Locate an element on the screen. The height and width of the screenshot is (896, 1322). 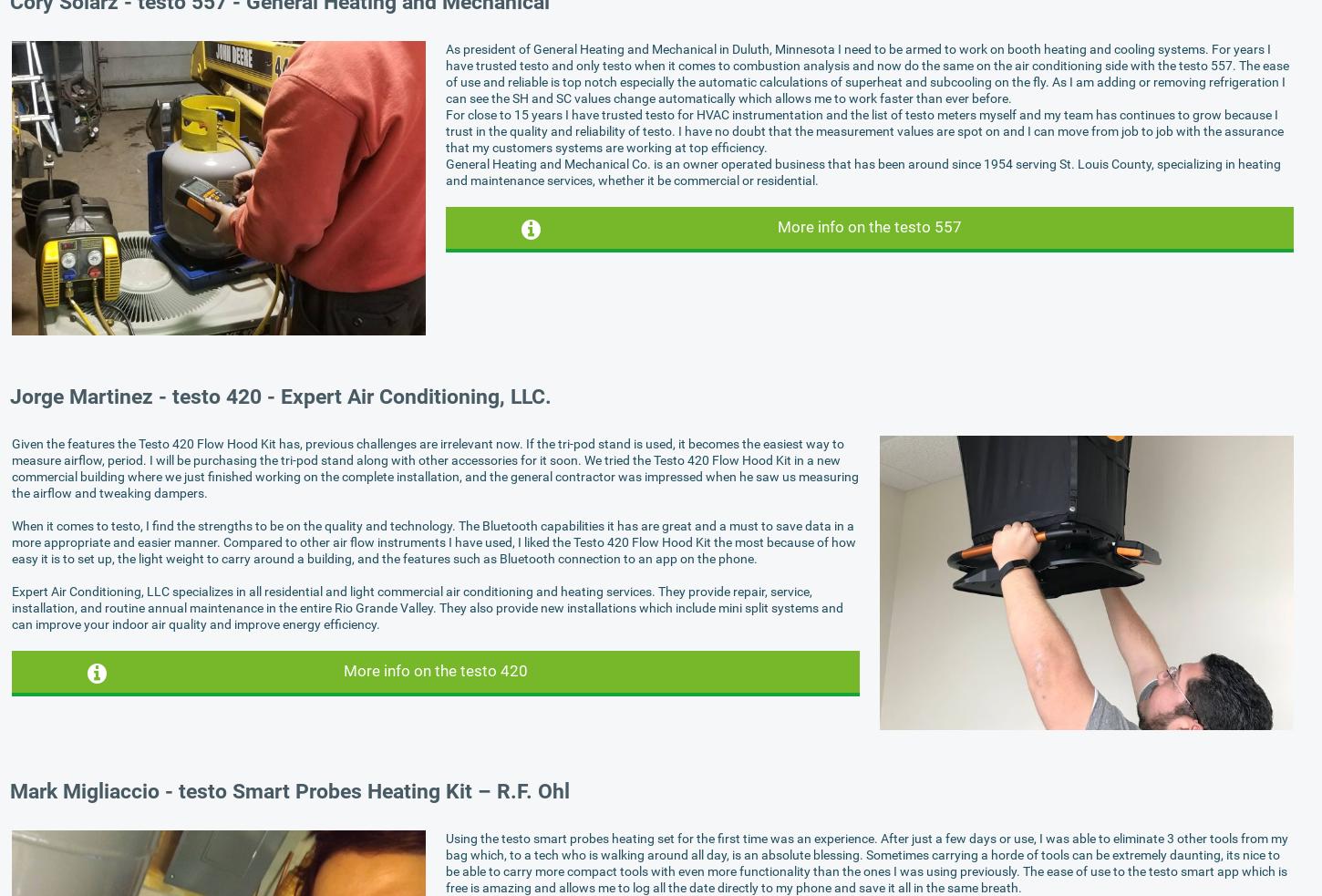
'General Heating and Mechanical Co. is an owner operated business that has been around since 1954 serving St. Louis County, specializing in heating and maintenance services, whether it be commercial or residential.' is located at coordinates (862, 172).